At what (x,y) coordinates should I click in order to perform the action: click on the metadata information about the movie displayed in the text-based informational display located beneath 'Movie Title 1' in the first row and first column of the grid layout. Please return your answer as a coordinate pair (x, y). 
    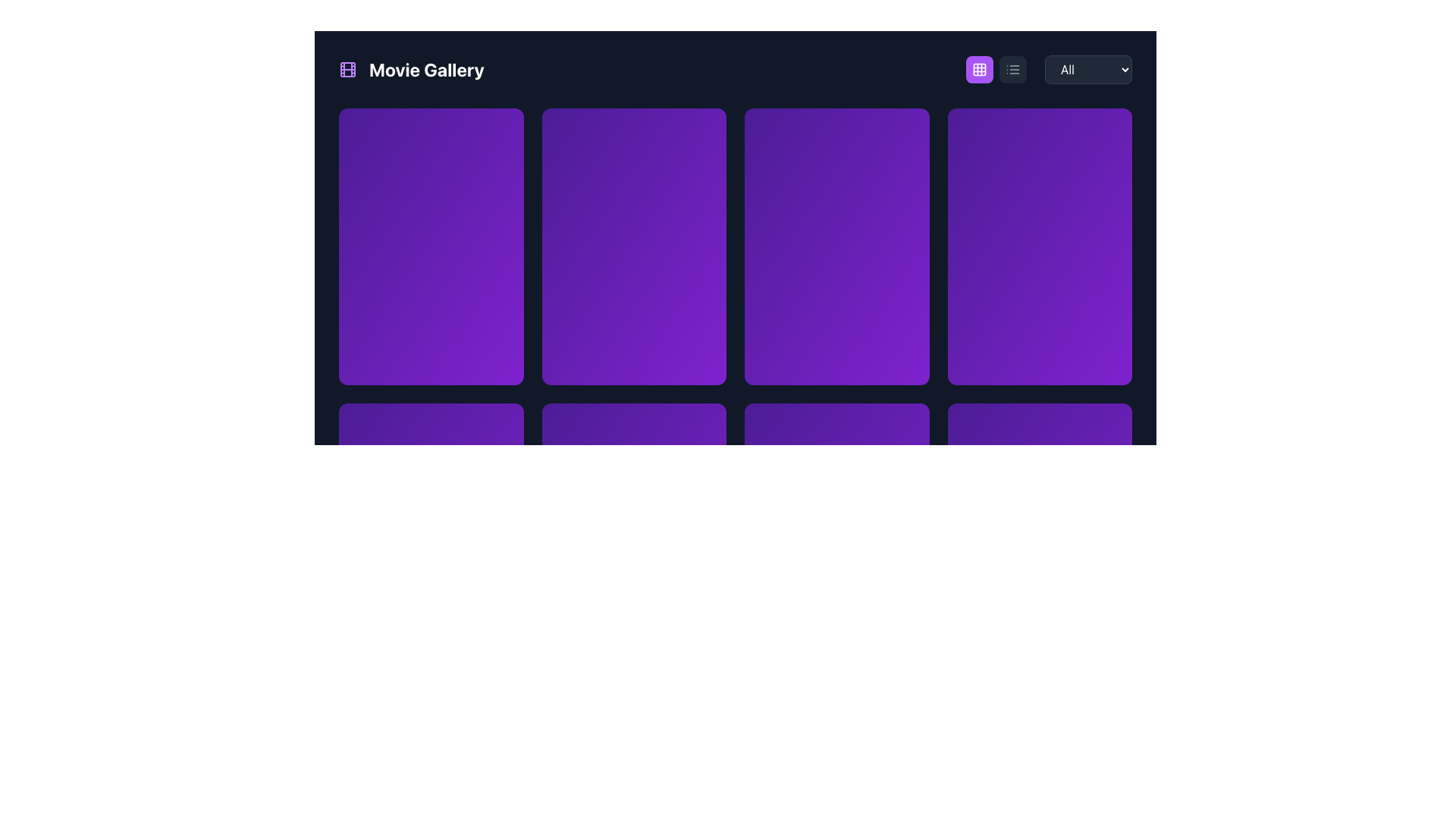
    Looking at the image, I should click on (430, 322).